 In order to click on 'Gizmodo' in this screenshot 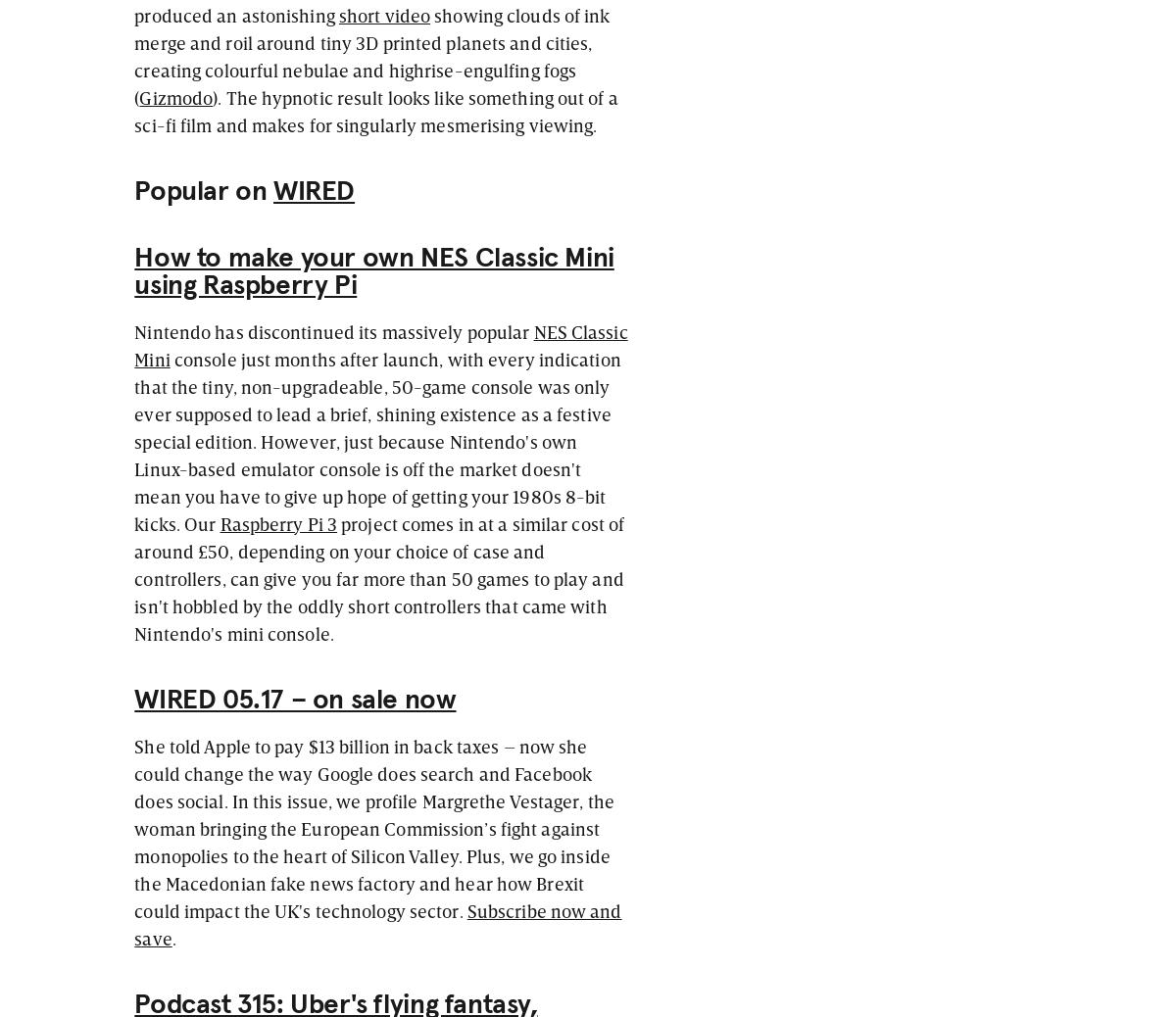, I will do `click(174, 95)`.